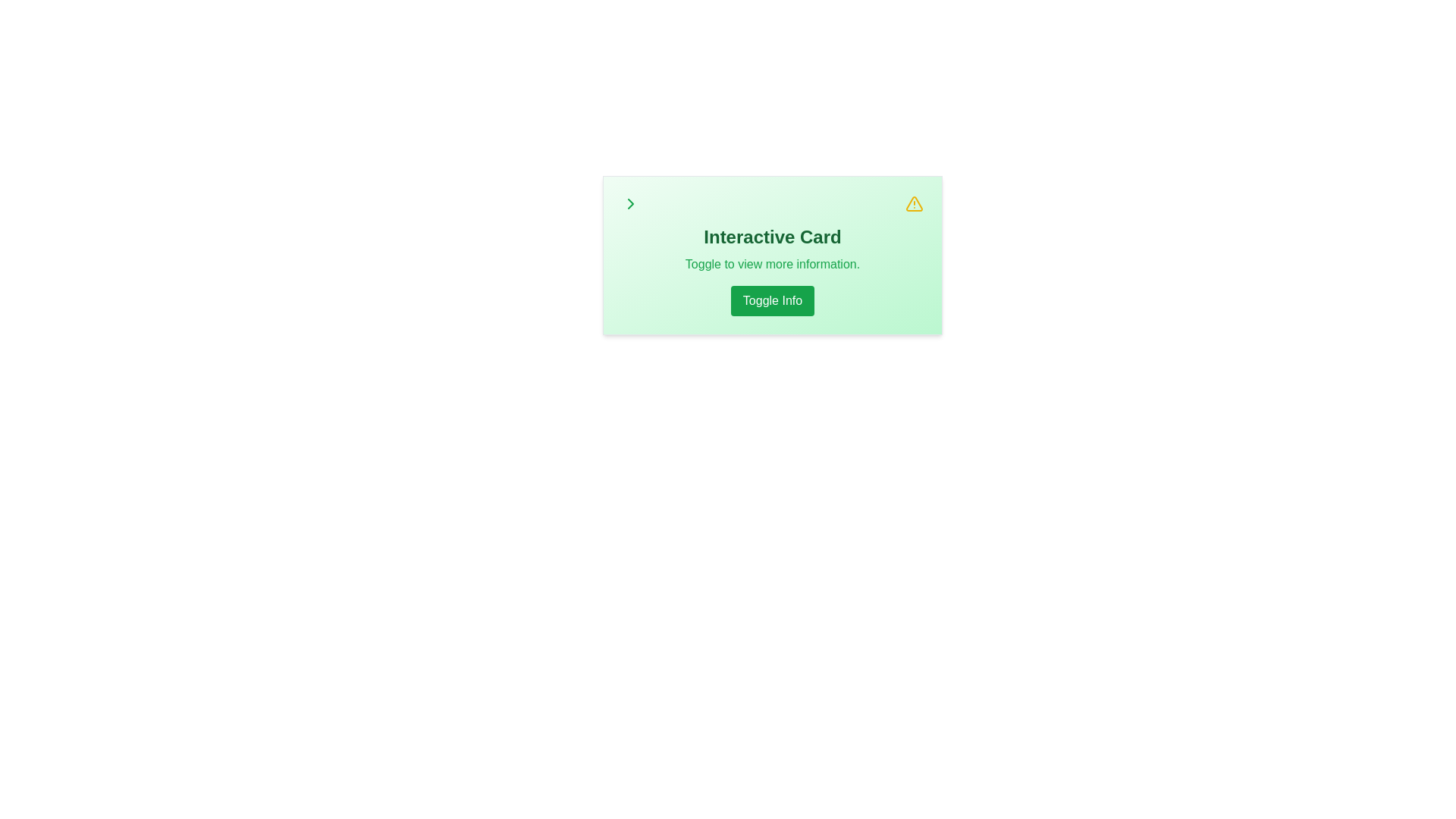 Image resolution: width=1456 pixels, height=819 pixels. I want to click on the warning alert icon located at the top right corner of the 'Interactive Card' UI component, so click(913, 203).